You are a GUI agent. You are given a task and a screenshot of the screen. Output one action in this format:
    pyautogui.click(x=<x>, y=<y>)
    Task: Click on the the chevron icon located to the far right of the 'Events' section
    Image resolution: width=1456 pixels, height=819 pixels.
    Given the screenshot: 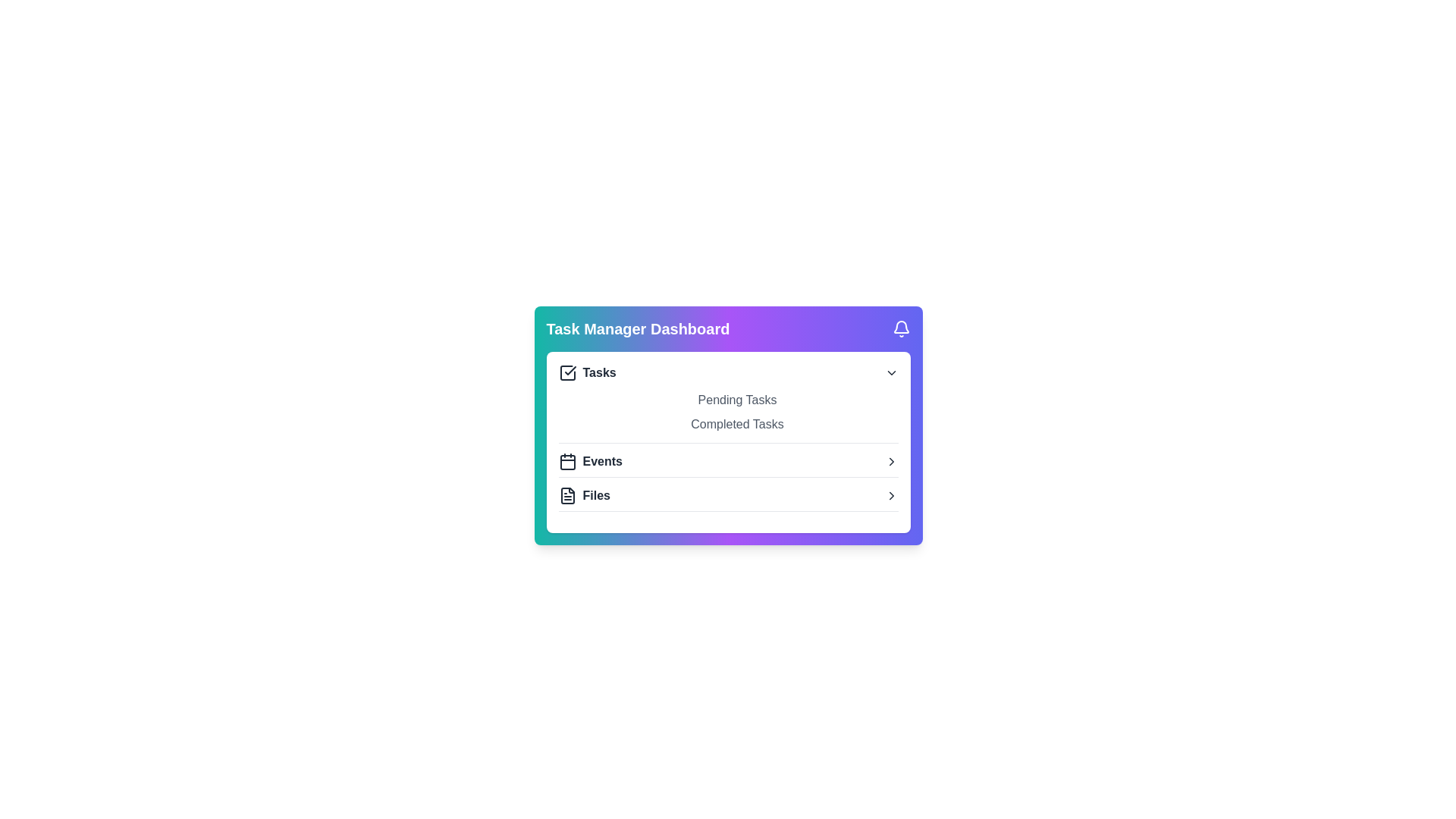 What is the action you would take?
    pyautogui.click(x=891, y=461)
    